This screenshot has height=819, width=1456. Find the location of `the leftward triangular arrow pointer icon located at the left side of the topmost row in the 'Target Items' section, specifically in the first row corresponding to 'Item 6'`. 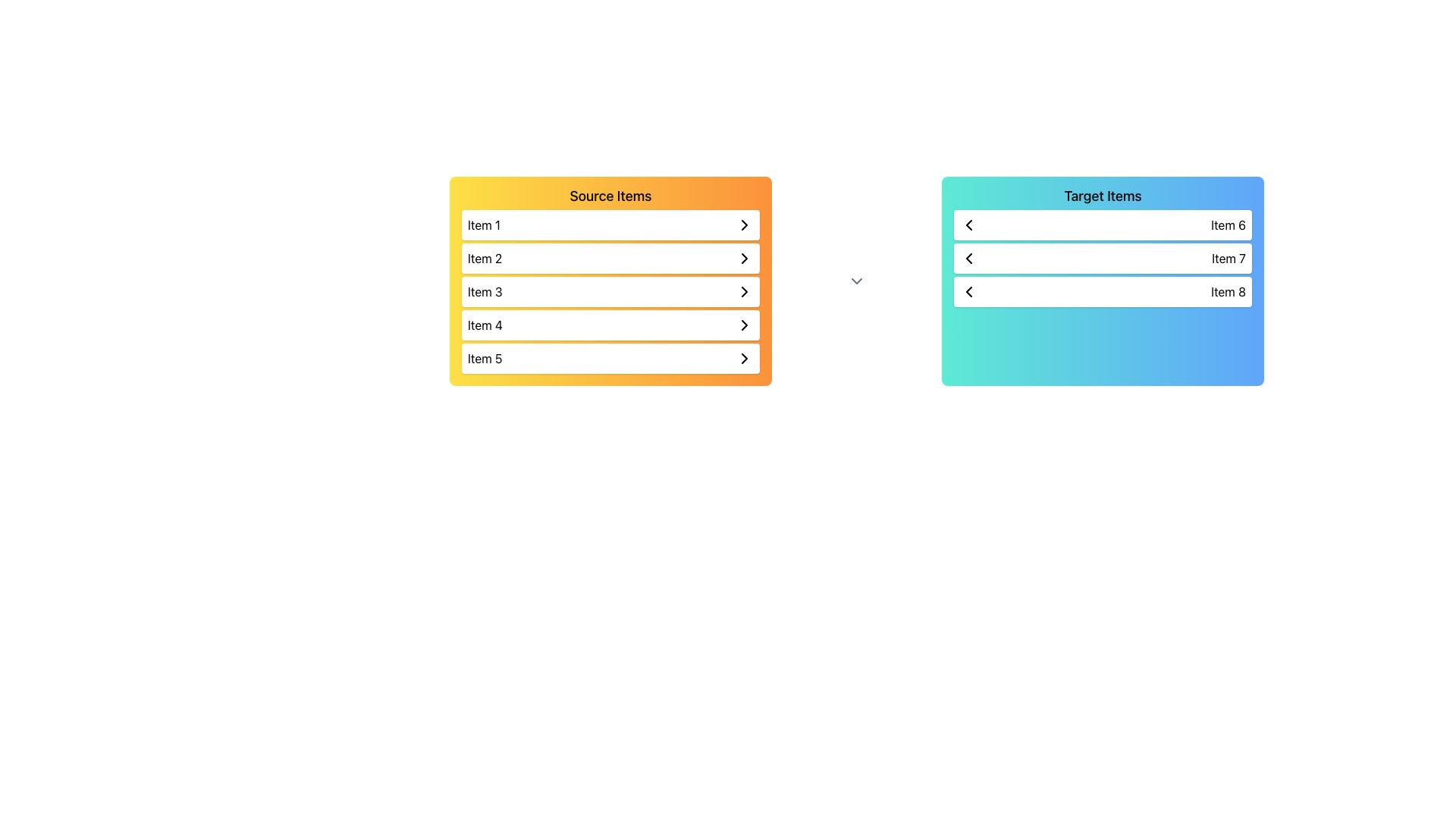

the leftward triangular arrow pointer icon located at the left side of the topmost row in the 'Target Items' section, specifically in the first row corresponding to 'Item 6' is located at coordinates (968, 225).